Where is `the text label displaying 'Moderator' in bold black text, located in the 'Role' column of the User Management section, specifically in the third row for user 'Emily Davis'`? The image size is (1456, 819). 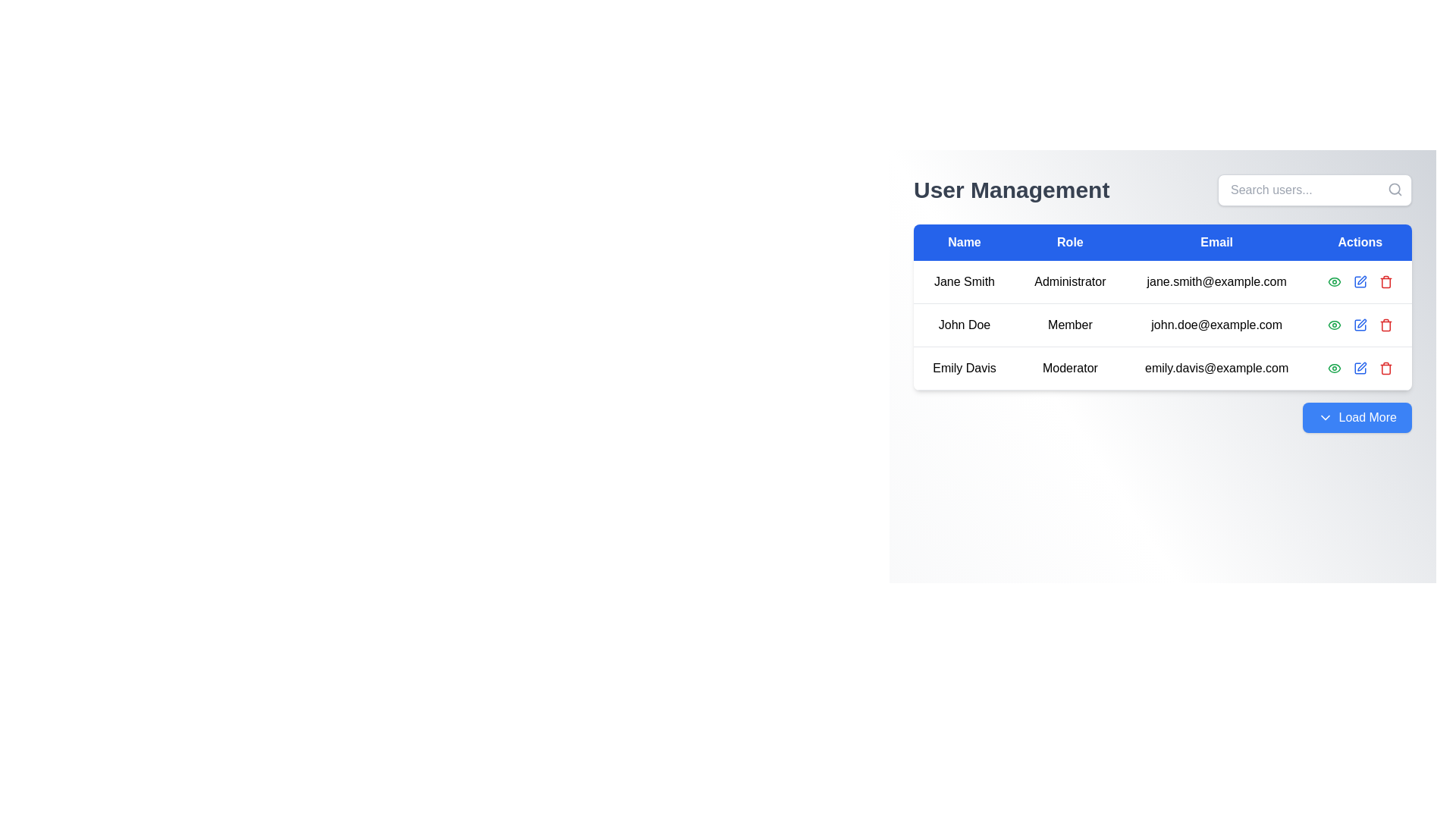
the text label displaying 'Moderator' in bold black text, located in the 'Role' column of the User Management section, specifically in the third row for user 'Emily Davis' is located at coordinates (1069, 369).